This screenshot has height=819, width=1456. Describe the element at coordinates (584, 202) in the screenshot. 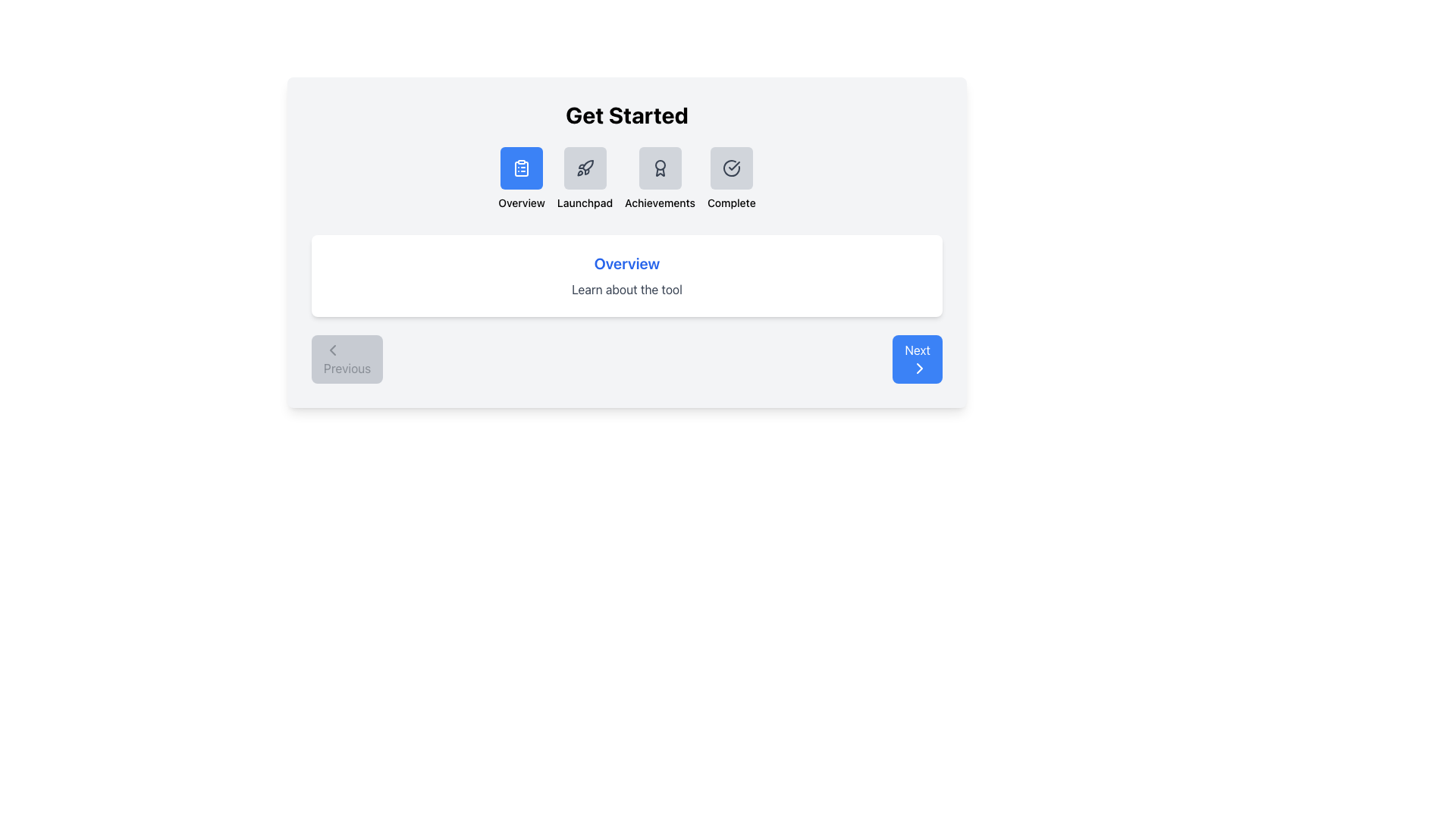

I see `the 'Launchpad' text label, which is styled with a smaller font and medium weight, positioned below a rocket icon in the 'Get Started' section` at that location.